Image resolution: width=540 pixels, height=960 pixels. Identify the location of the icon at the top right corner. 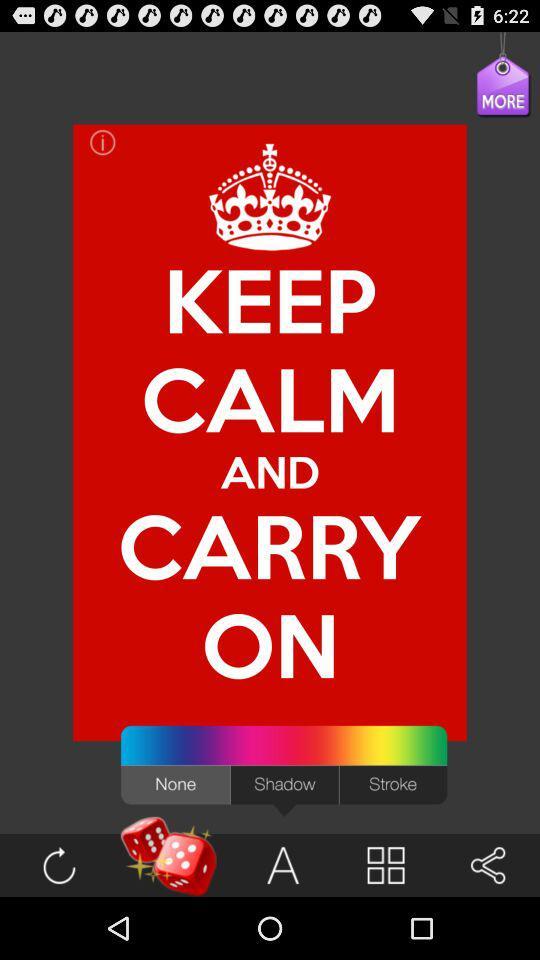
(486, 97).